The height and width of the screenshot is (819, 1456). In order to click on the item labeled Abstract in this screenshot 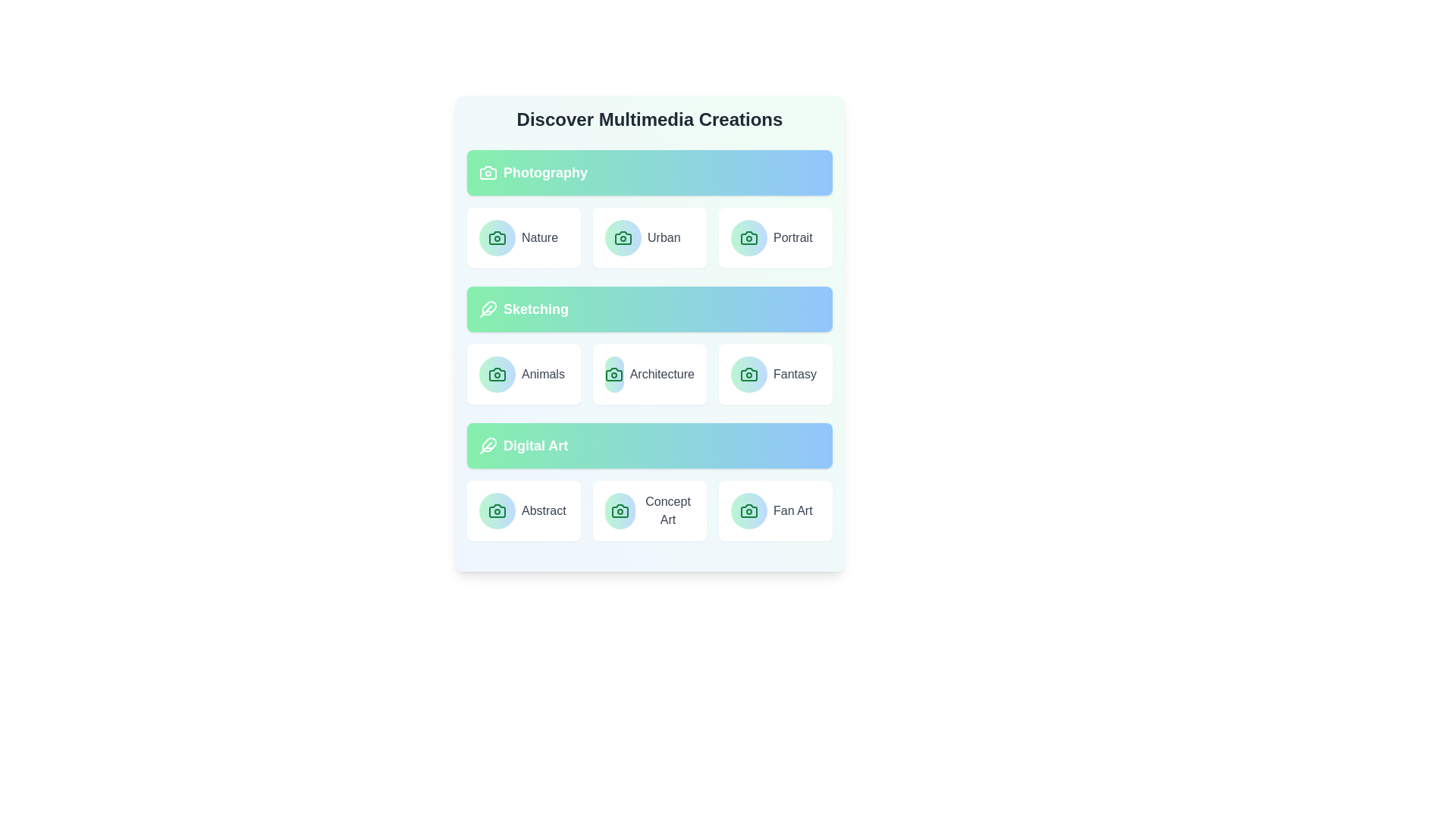, I will do `click(524, 511)`.